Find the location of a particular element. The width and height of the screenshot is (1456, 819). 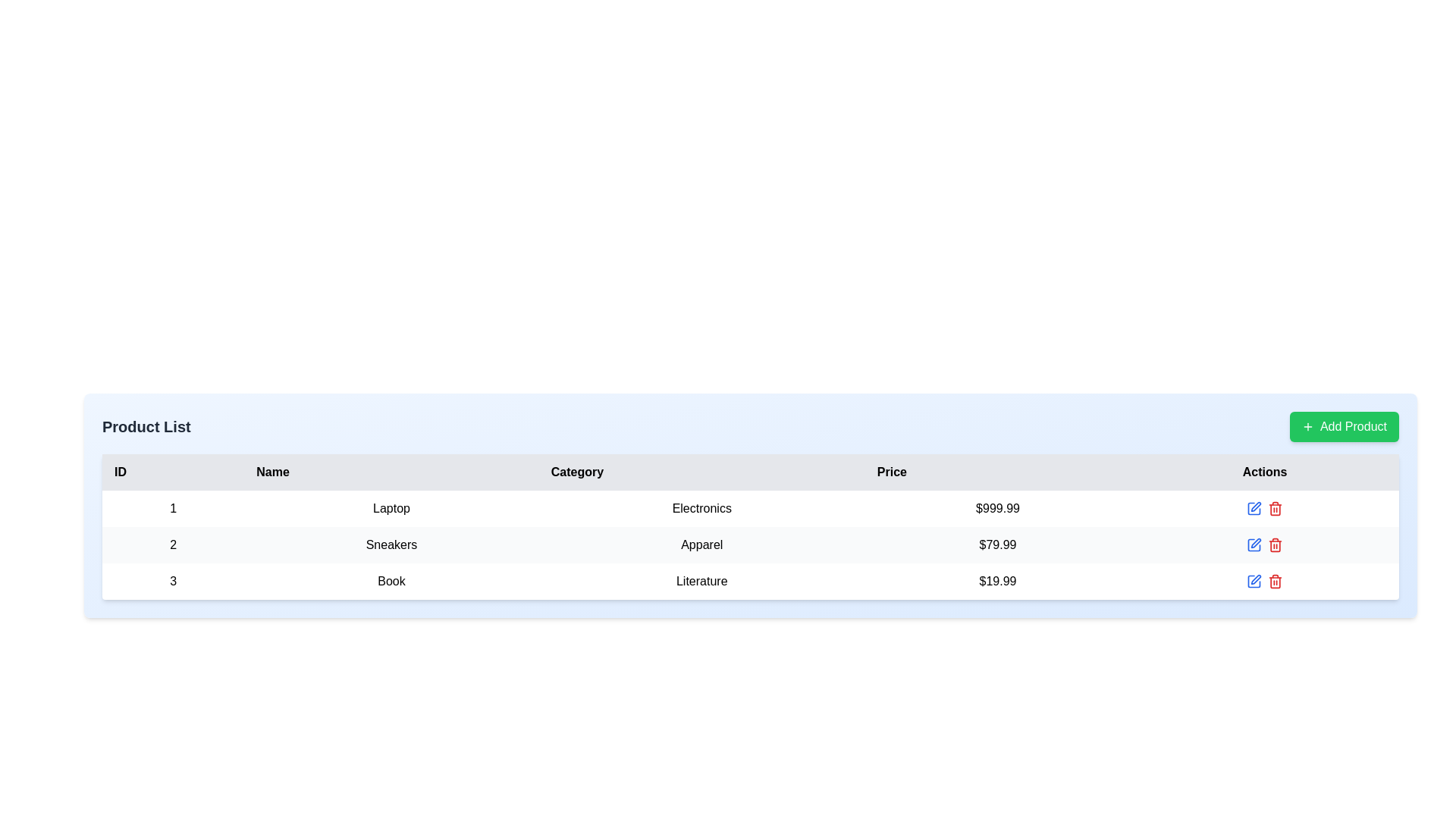

the edit icon located in the 'Actions' column for the second product entry ('Sneakers') in the table is located at coordinates (1256, 542).